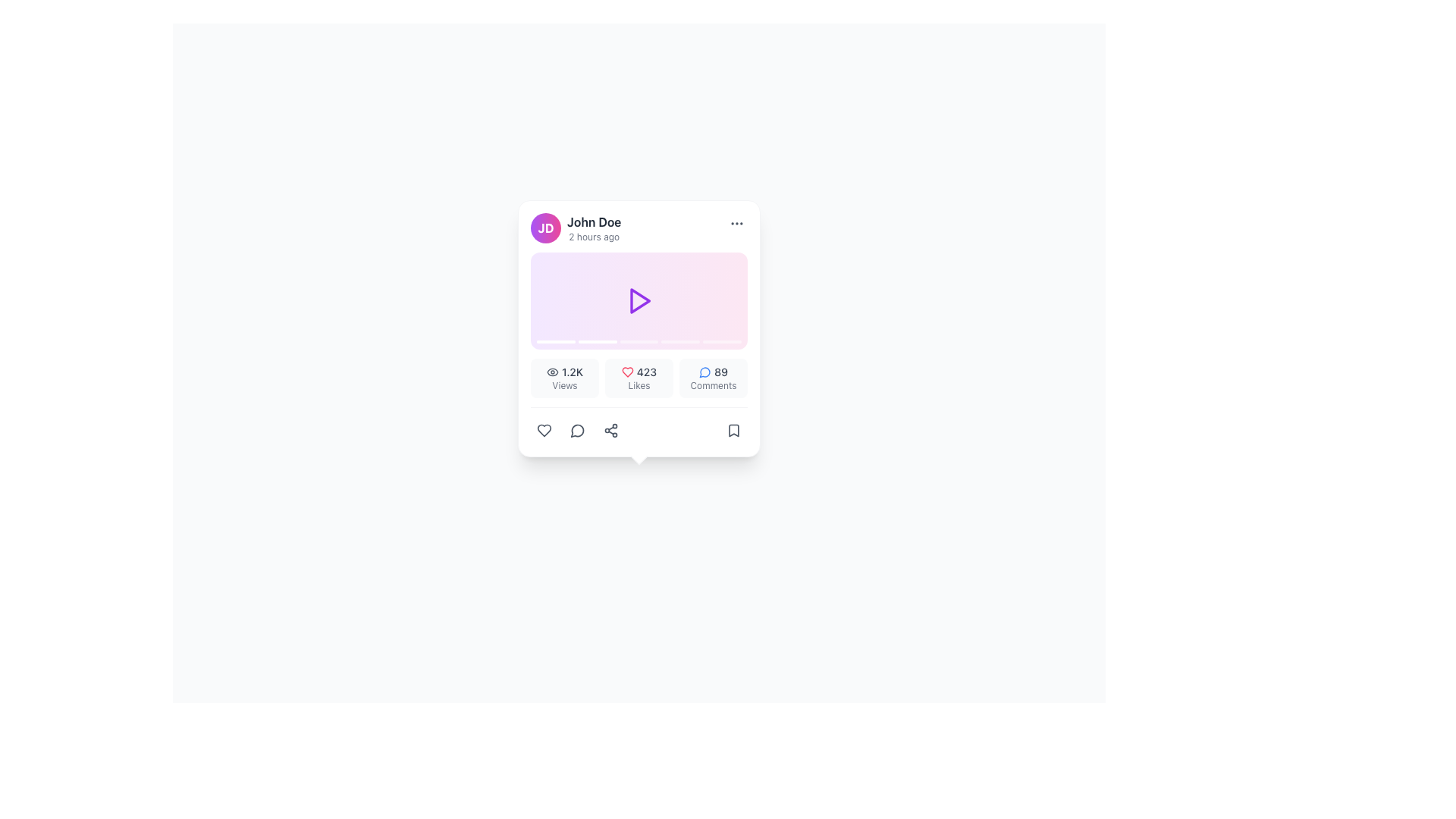 This screenshot has height=819, width=1456. Describe the element at coordinates (639, 377) in the screenshot. I see `the middle section of the Statistical display unit` at that location.